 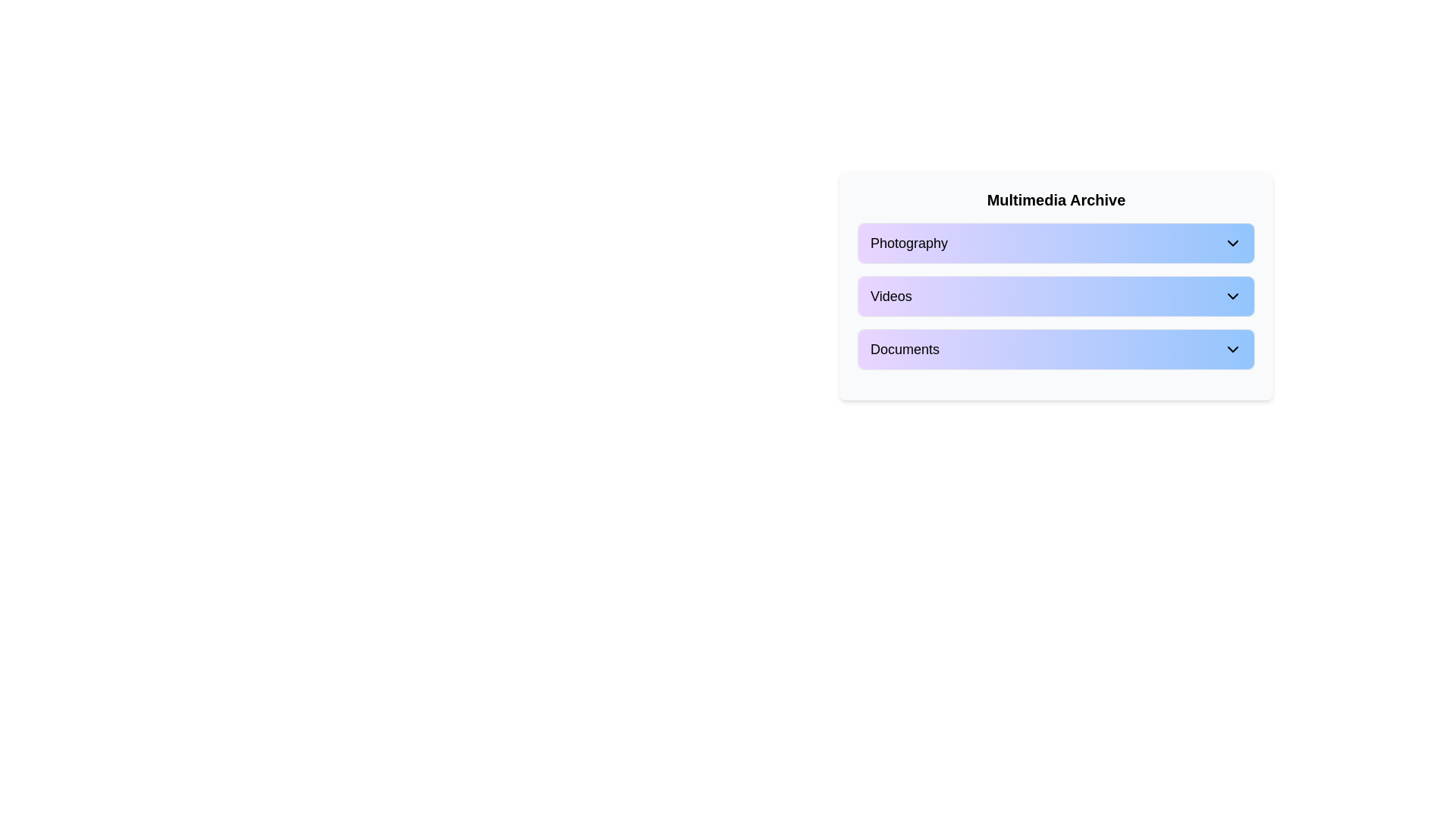 What do you see at coordinates (1055, 296) in the screenshot?
I see `the 'Videos' button with an embedded dropdown functionality, which is the second button in the vertical list, to trigger its visual effect` at bounding box center [1055, 296].